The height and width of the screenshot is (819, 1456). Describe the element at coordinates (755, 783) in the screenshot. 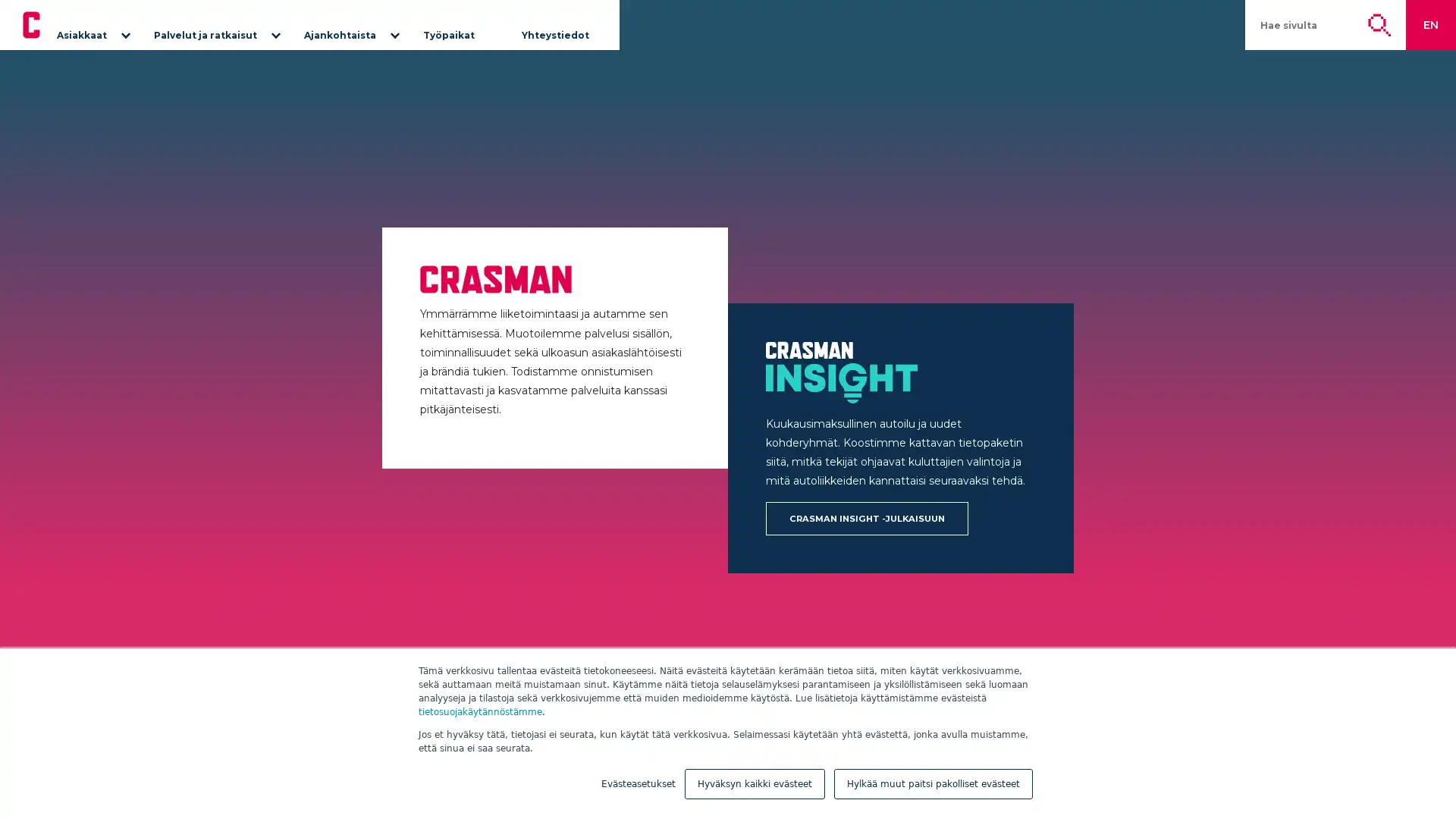

I see `Hyvaksyn kaikki evasteet` at that location.